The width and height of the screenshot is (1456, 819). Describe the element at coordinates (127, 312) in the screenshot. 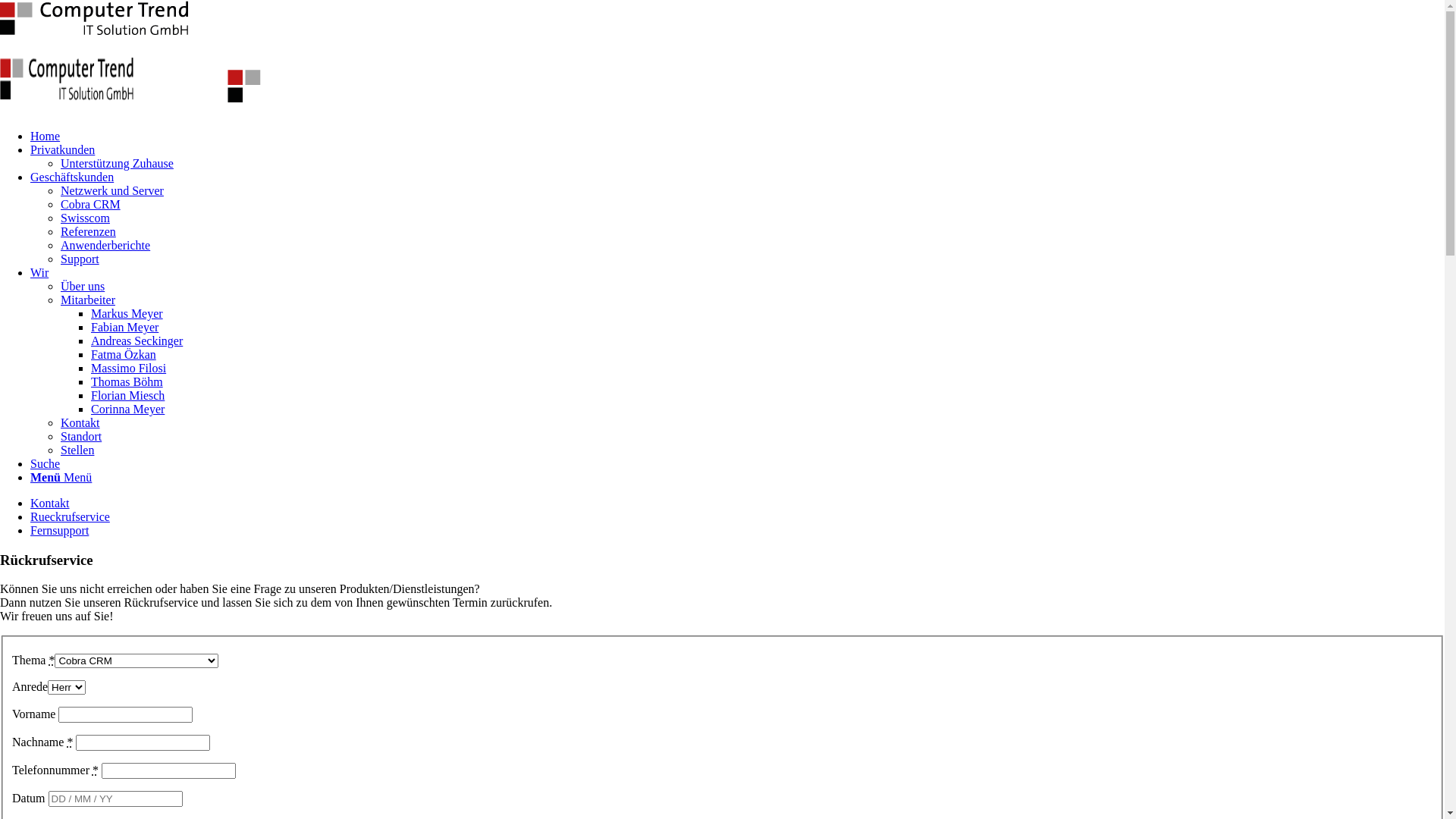

I see `'Markus Meyer'` at that location.